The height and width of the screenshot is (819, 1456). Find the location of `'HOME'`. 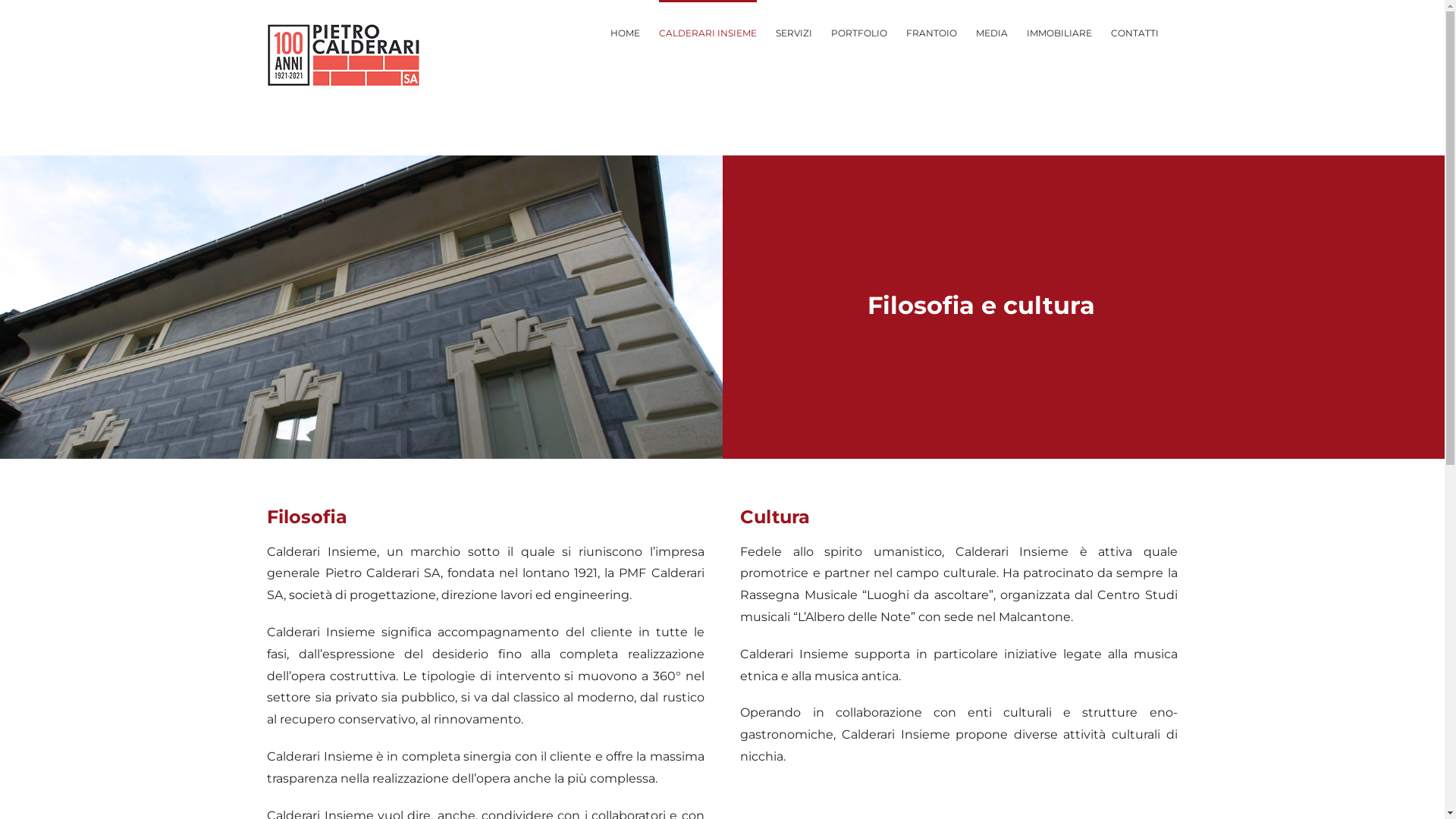

'HOME' is located at coordinates (624, 32).